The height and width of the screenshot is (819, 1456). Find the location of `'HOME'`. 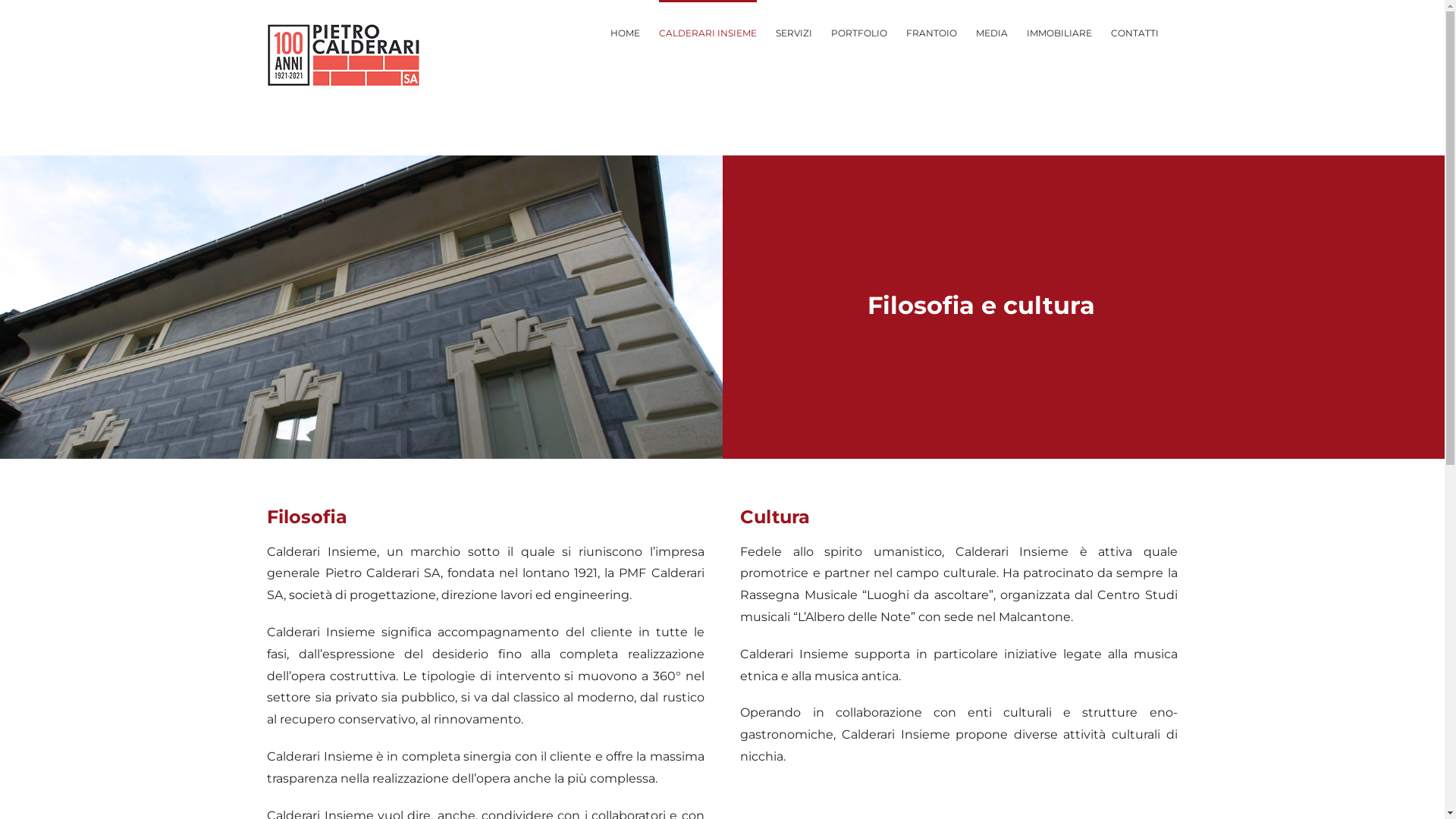

'HOME' is located at coordinates (624, 32).